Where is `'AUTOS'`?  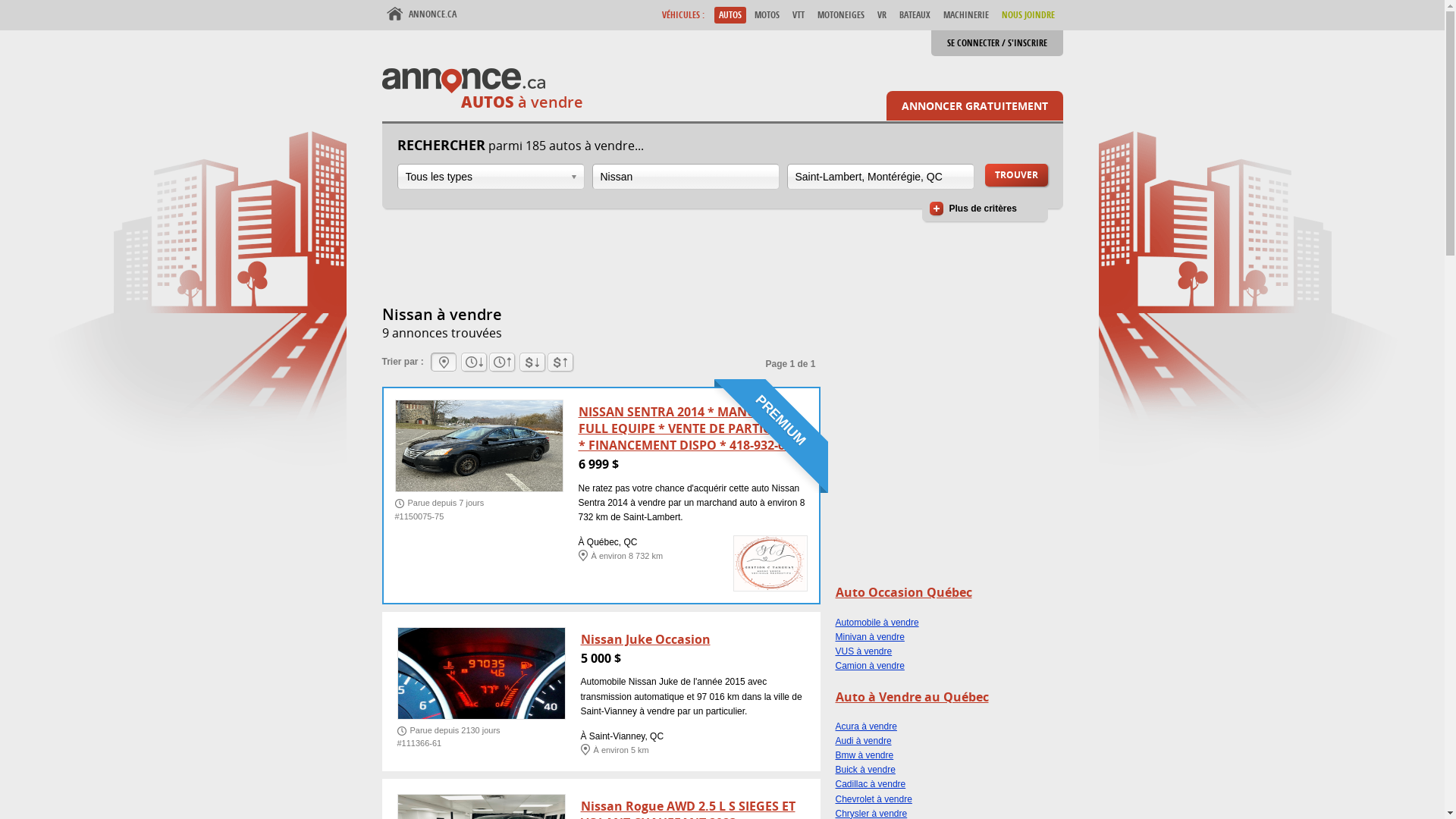
'AUTOS' is located at coordinates (730, 14).